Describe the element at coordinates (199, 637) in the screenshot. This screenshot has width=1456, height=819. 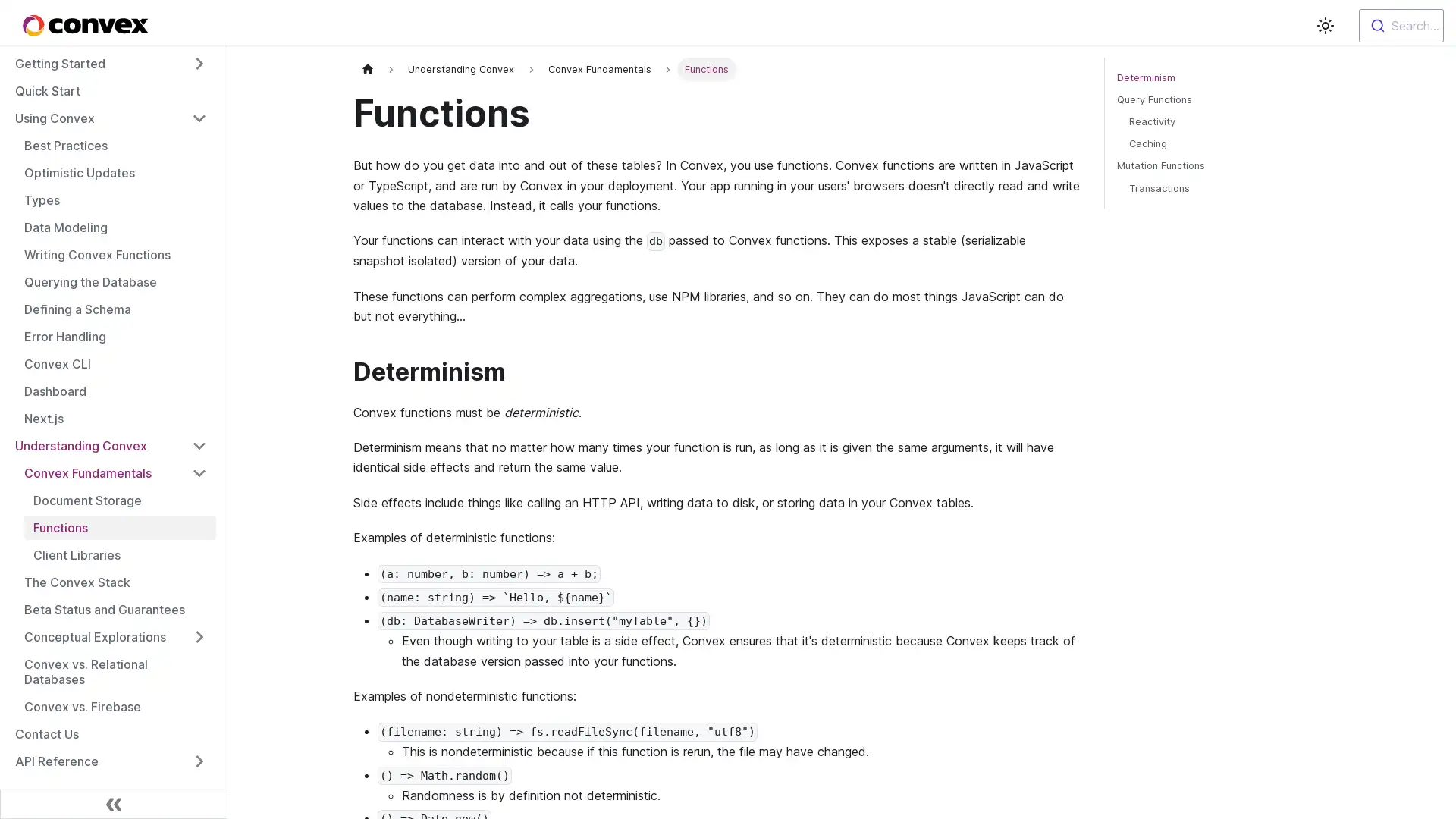
I see `Toggle the collapsible sidebar category 'Conceptual Explorations'` at that location.